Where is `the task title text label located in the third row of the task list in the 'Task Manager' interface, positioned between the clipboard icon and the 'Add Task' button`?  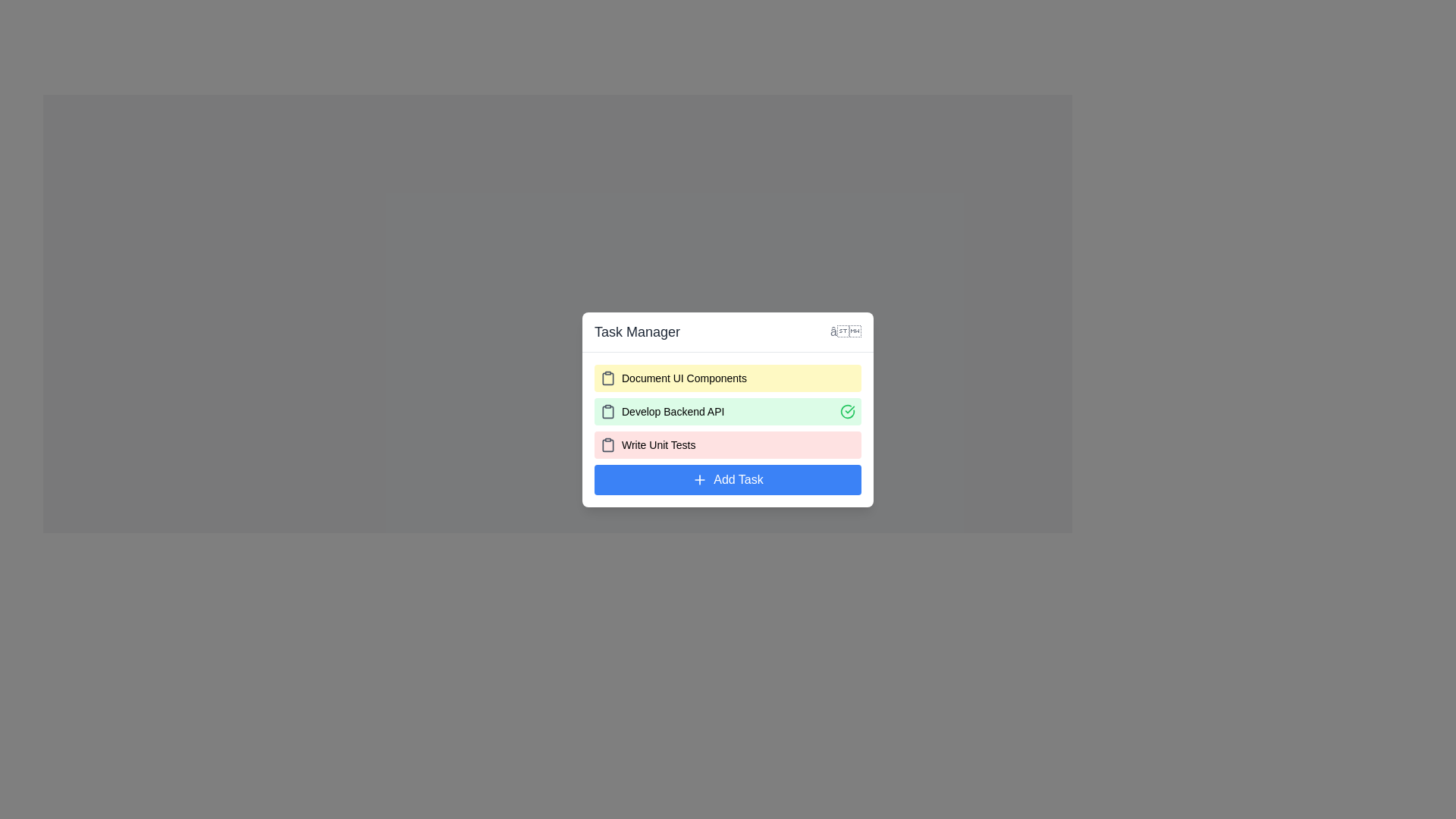 the task title text label located in the third row of the task list in the 'Task Manager' interface, positioned between the clipboard icon and the 'Add Task' button is located at coordinates (658, 444).